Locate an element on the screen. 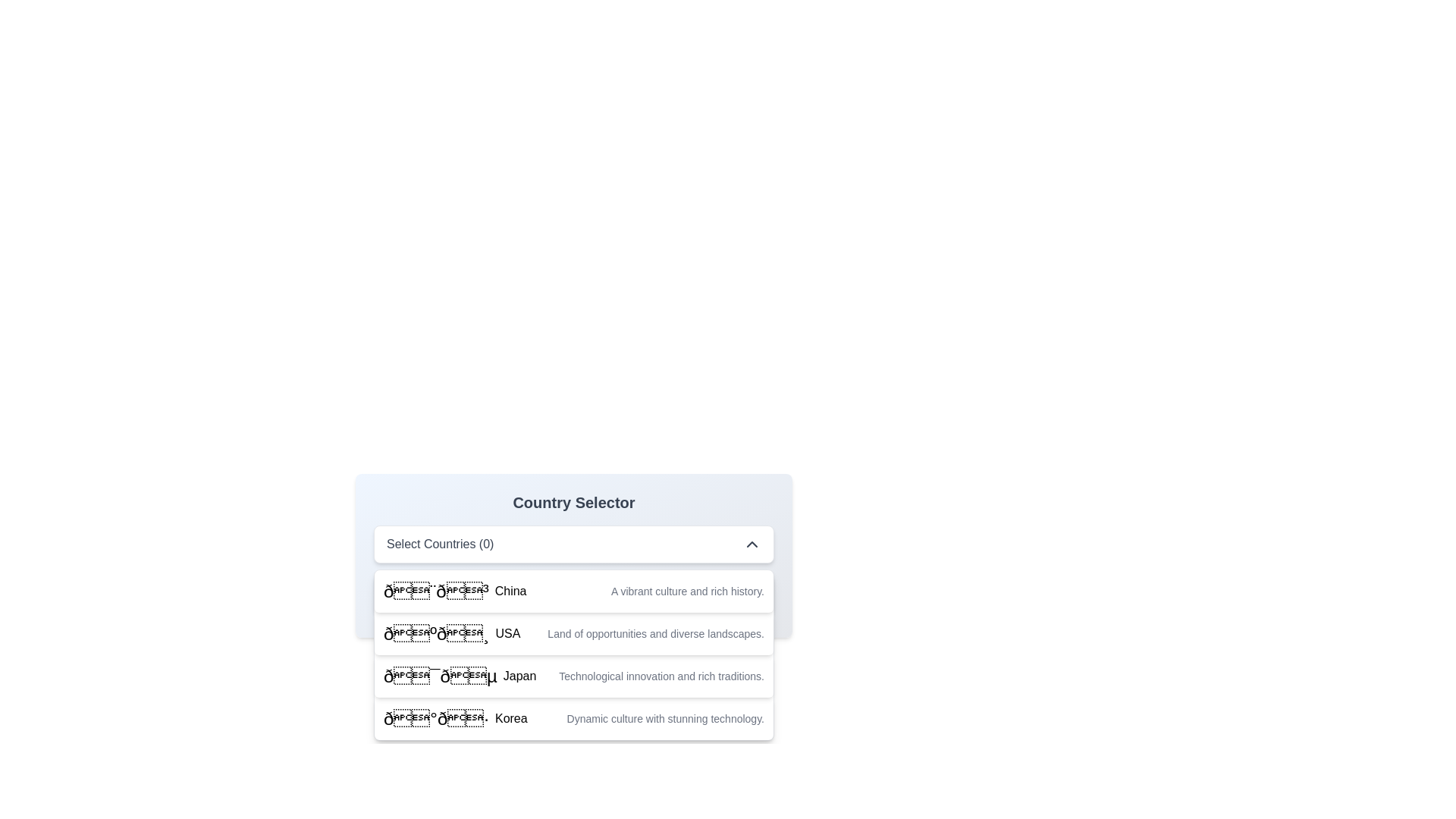 This screenshot has width=1456, height=819. the prominent flag icon displayed to the left of the 'USA' text in the second row of the 'Country Selector' dropdown interface is located at coordinates (435, 634).